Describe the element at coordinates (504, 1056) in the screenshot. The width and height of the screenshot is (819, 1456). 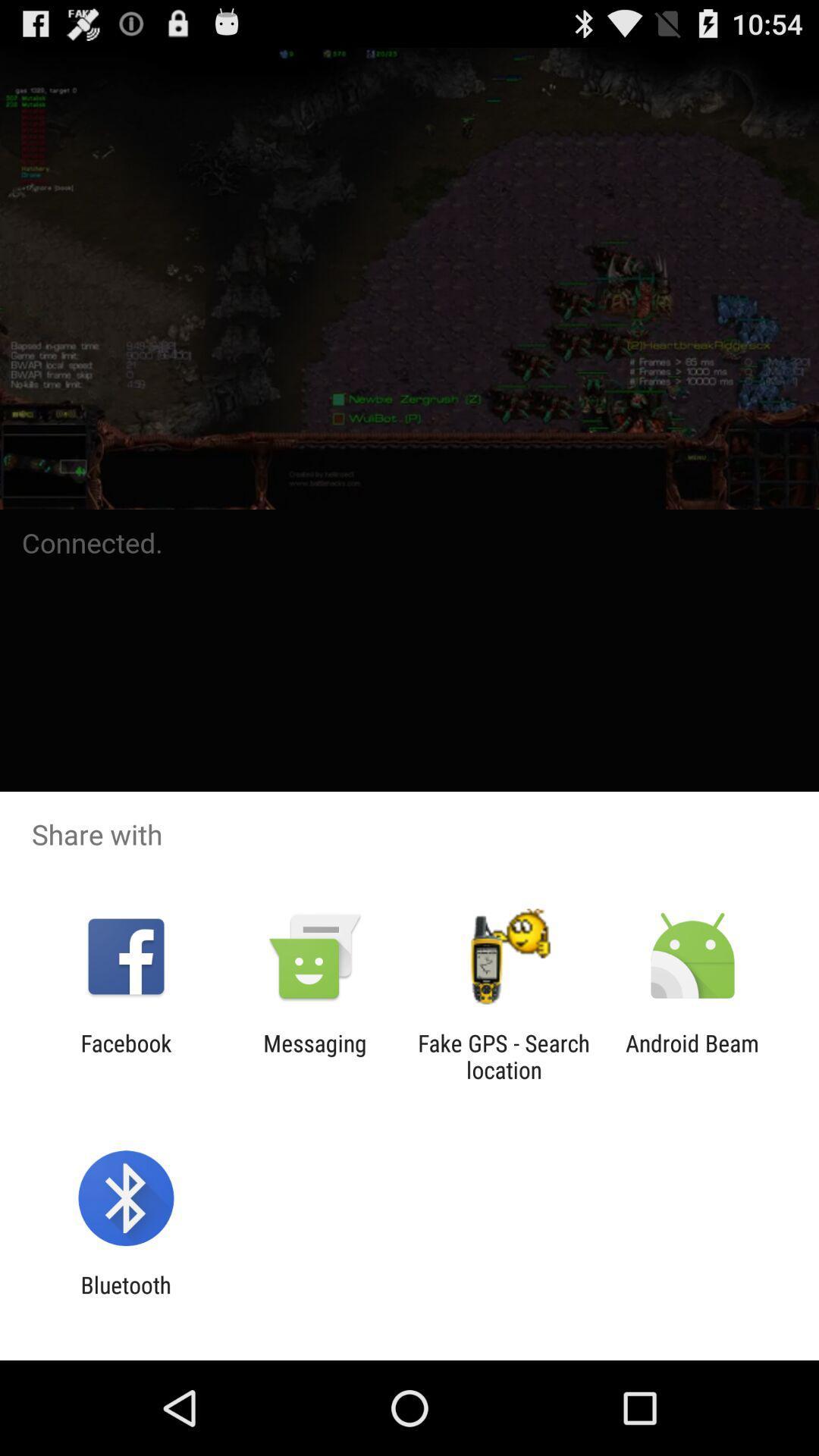
I see `item to the left of android beam app` at that location.